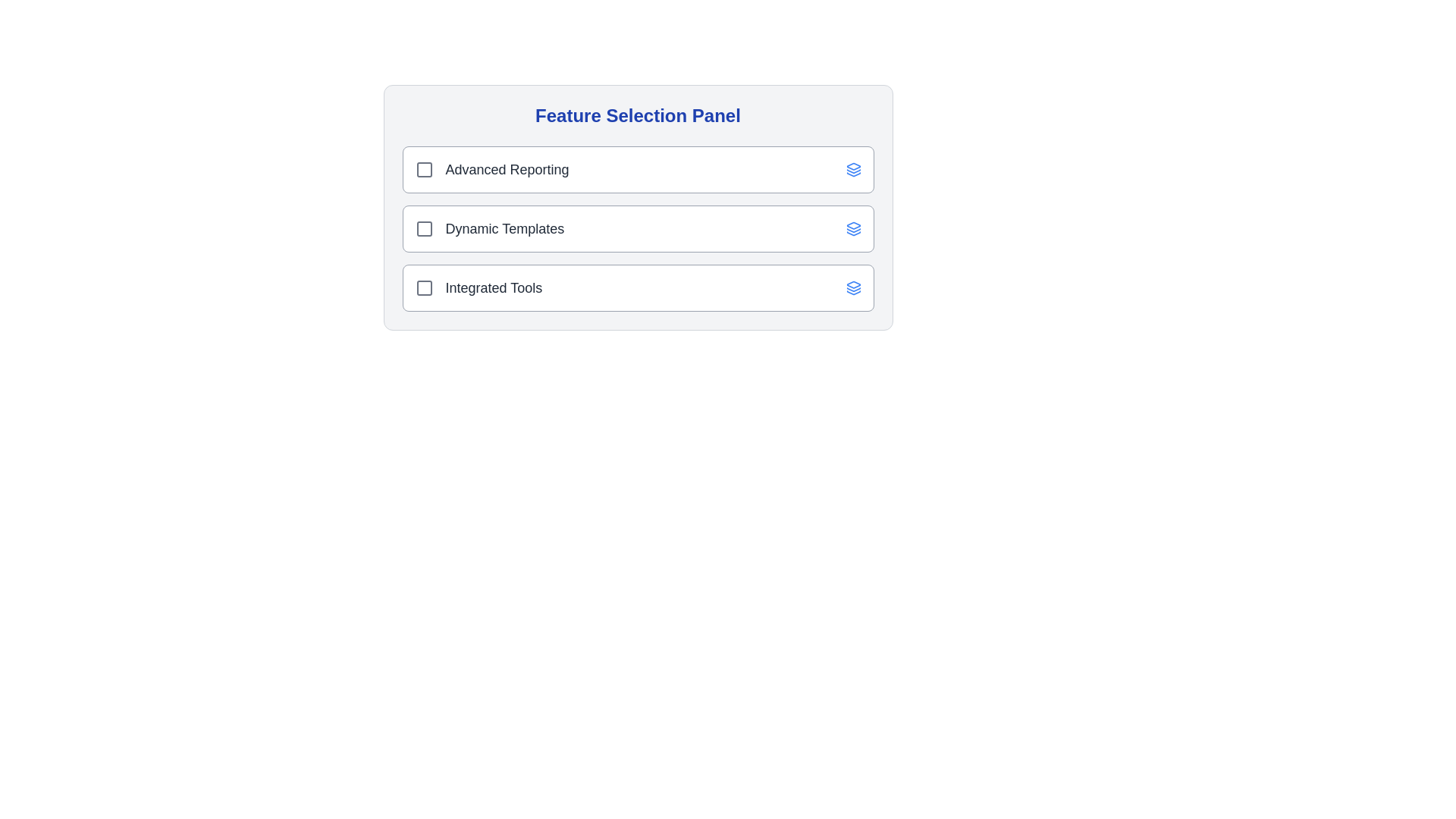  I want to click on the SVG icon located in the rightmost part of the 'Advanced Reporting' card in the 'Feature Selection Panel', so click(853, 169).